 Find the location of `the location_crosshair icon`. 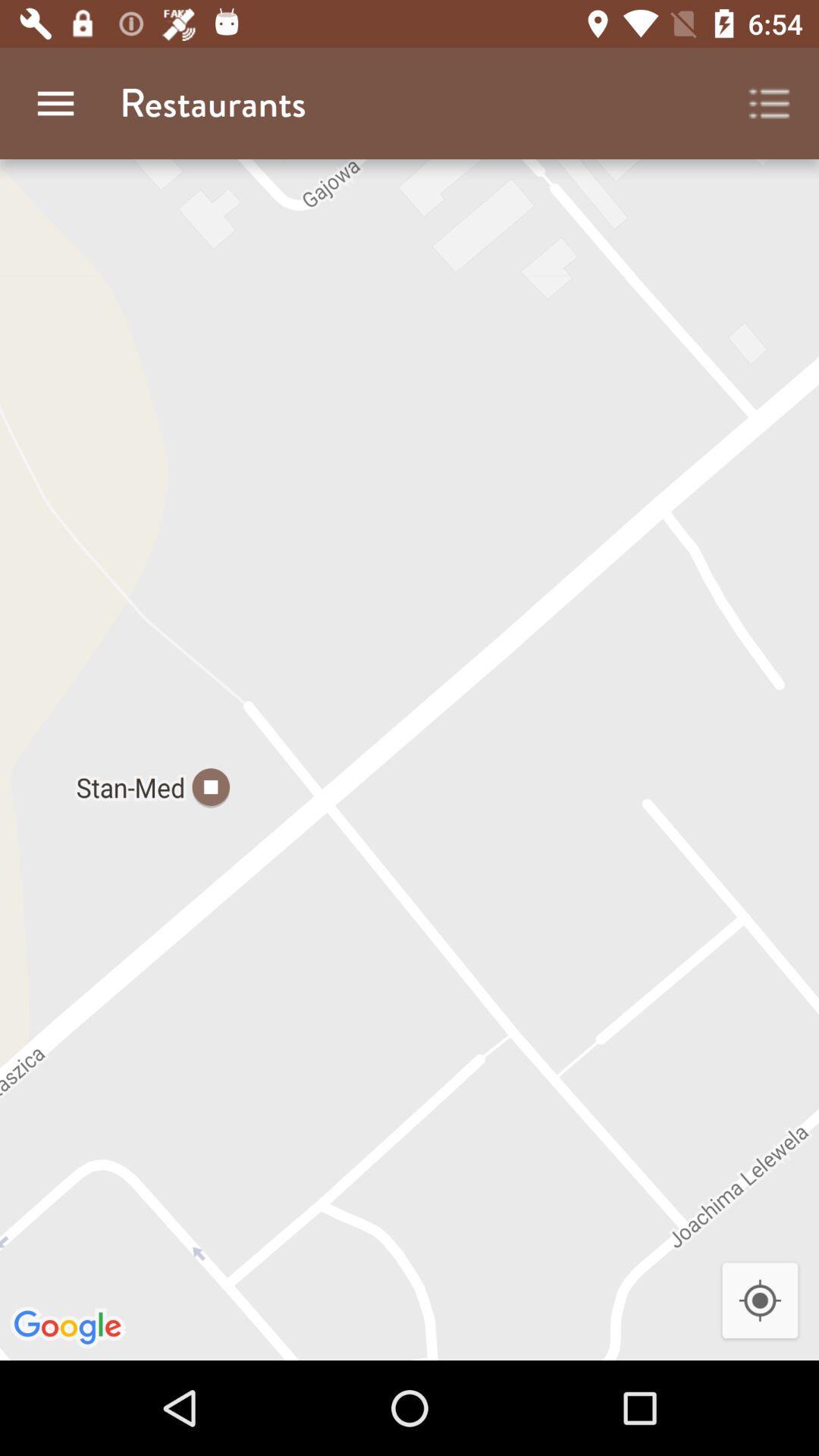

the location_crosshair icon is located at coordinates (760, 1301).